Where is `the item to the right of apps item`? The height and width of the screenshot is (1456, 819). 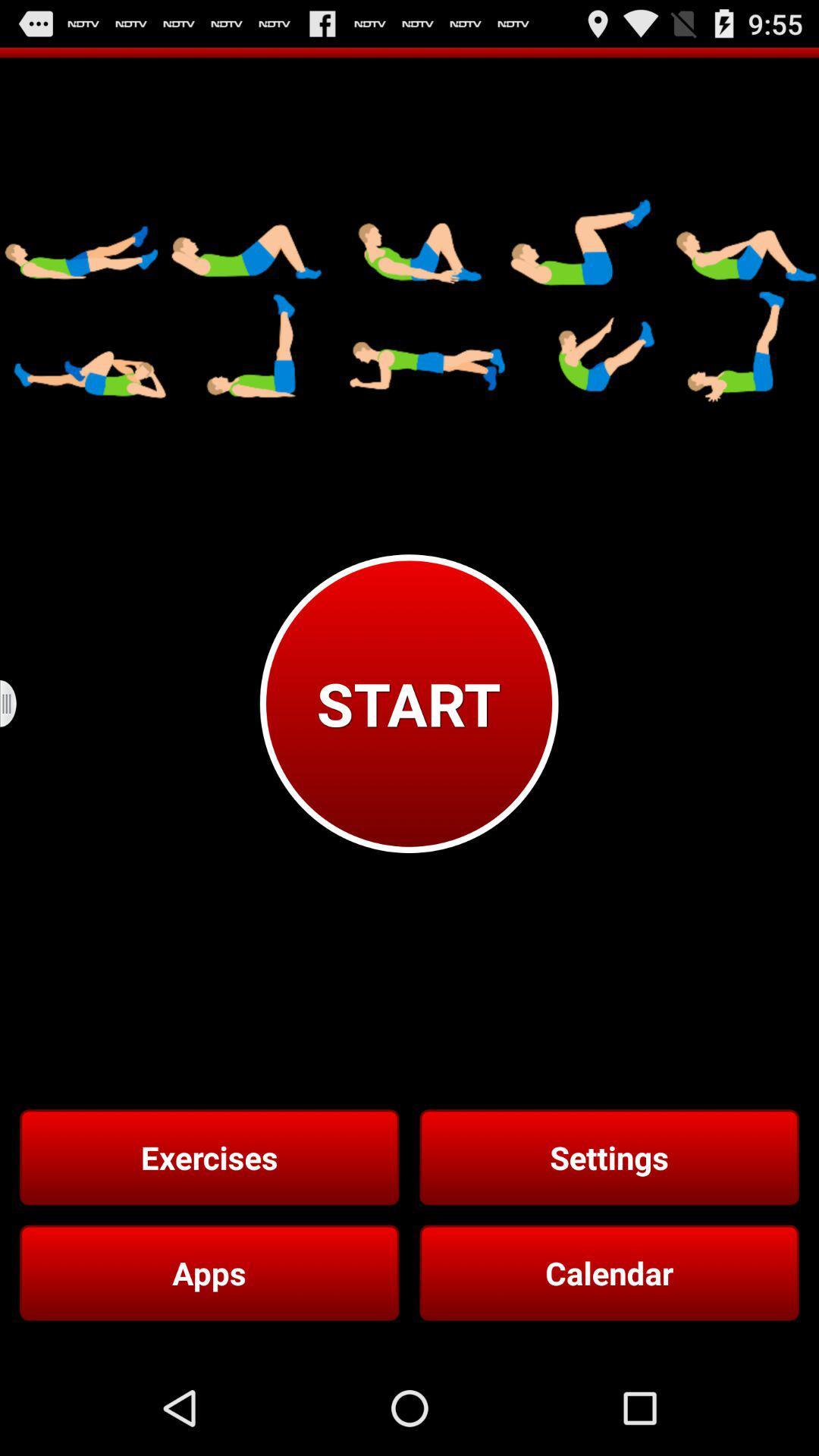 the item to the right of apps item is located at coordinates (608, 1272).